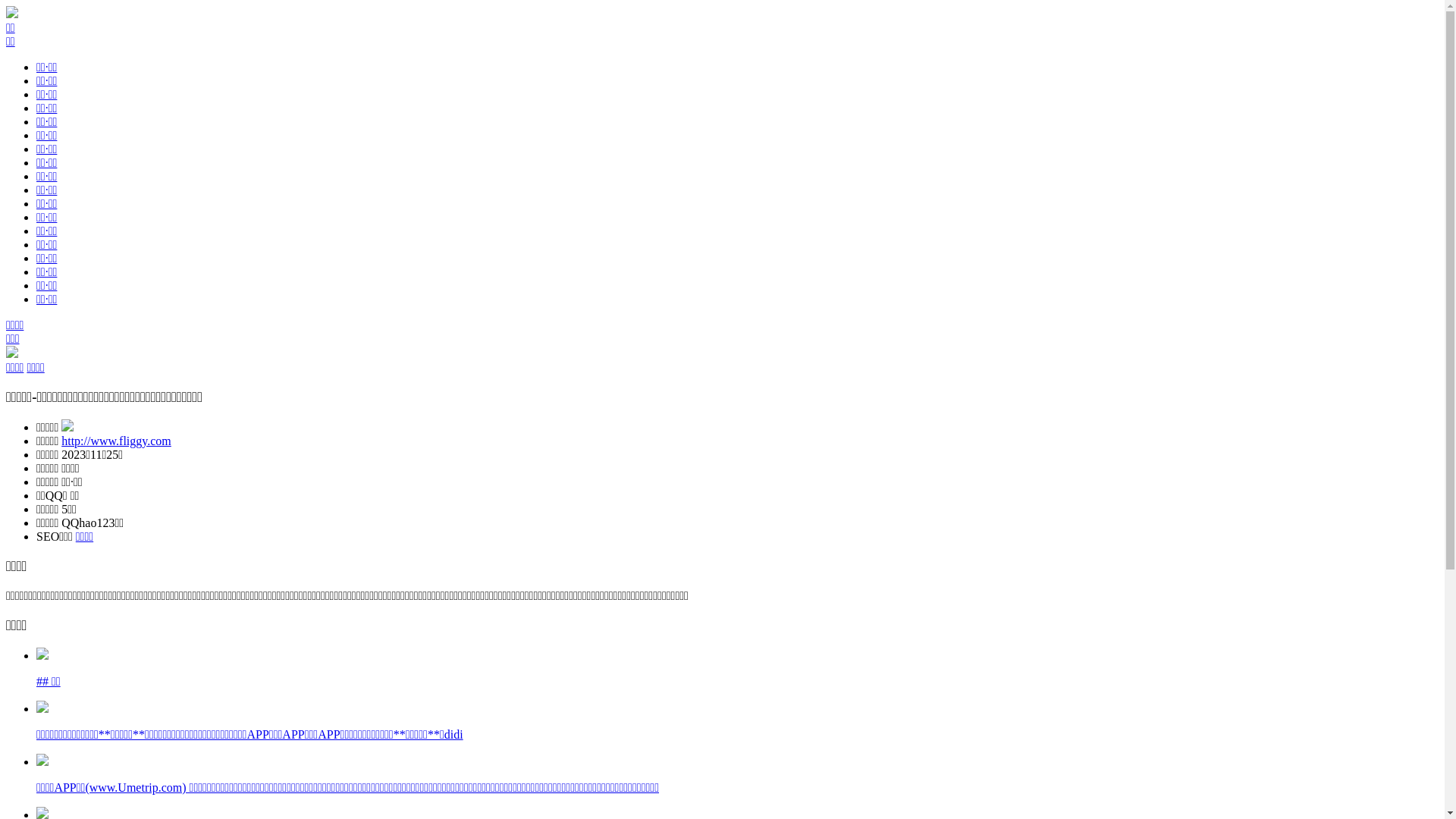 The width and height of the screenshot is (1456, 819). I want to click on 'http://www.fliggy.com', so click(115, 441).